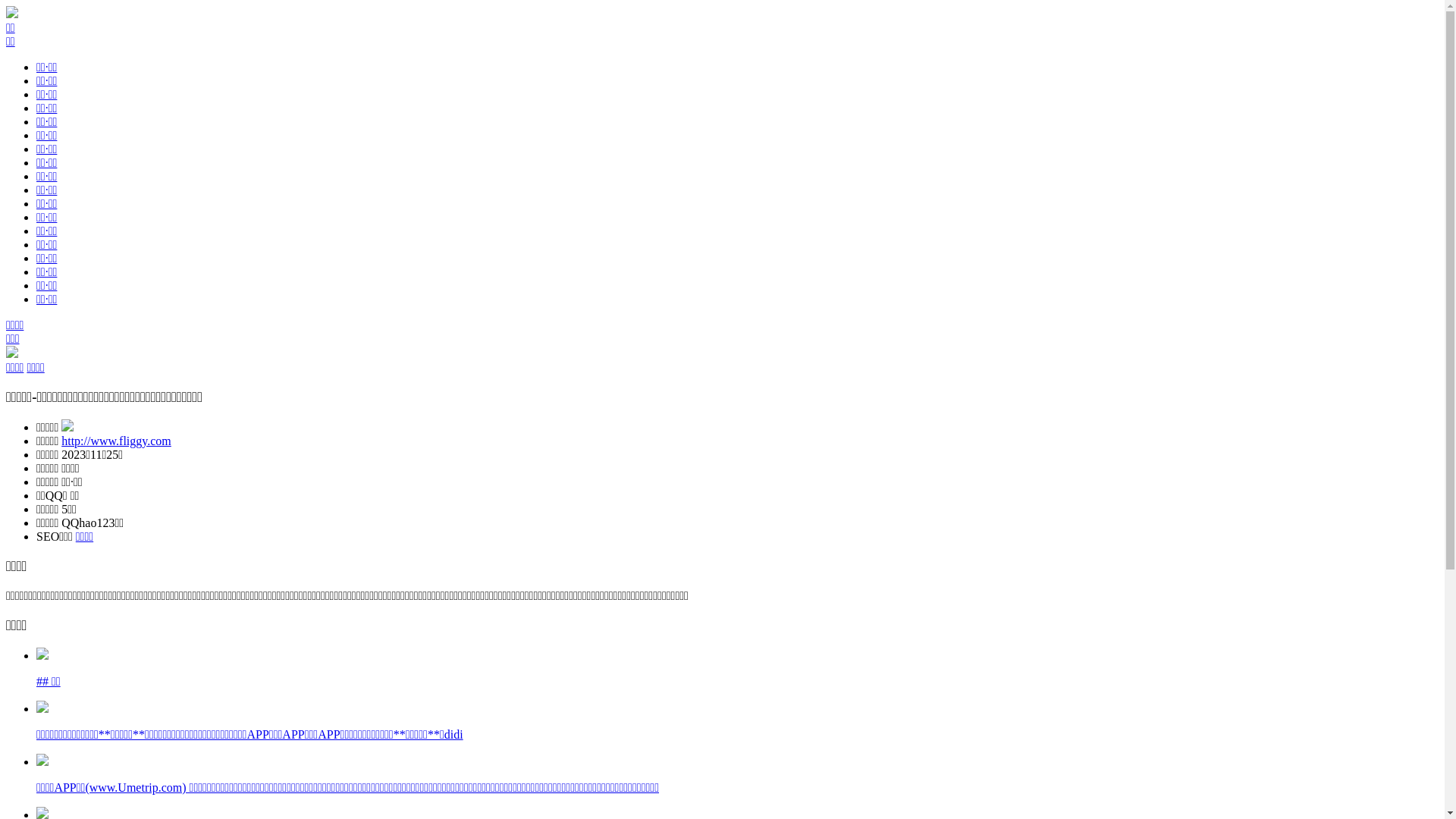 The width and height of the screenshot is (1456, 819). I want to click on 'http://www.fliggy.com', so click(115, 441).